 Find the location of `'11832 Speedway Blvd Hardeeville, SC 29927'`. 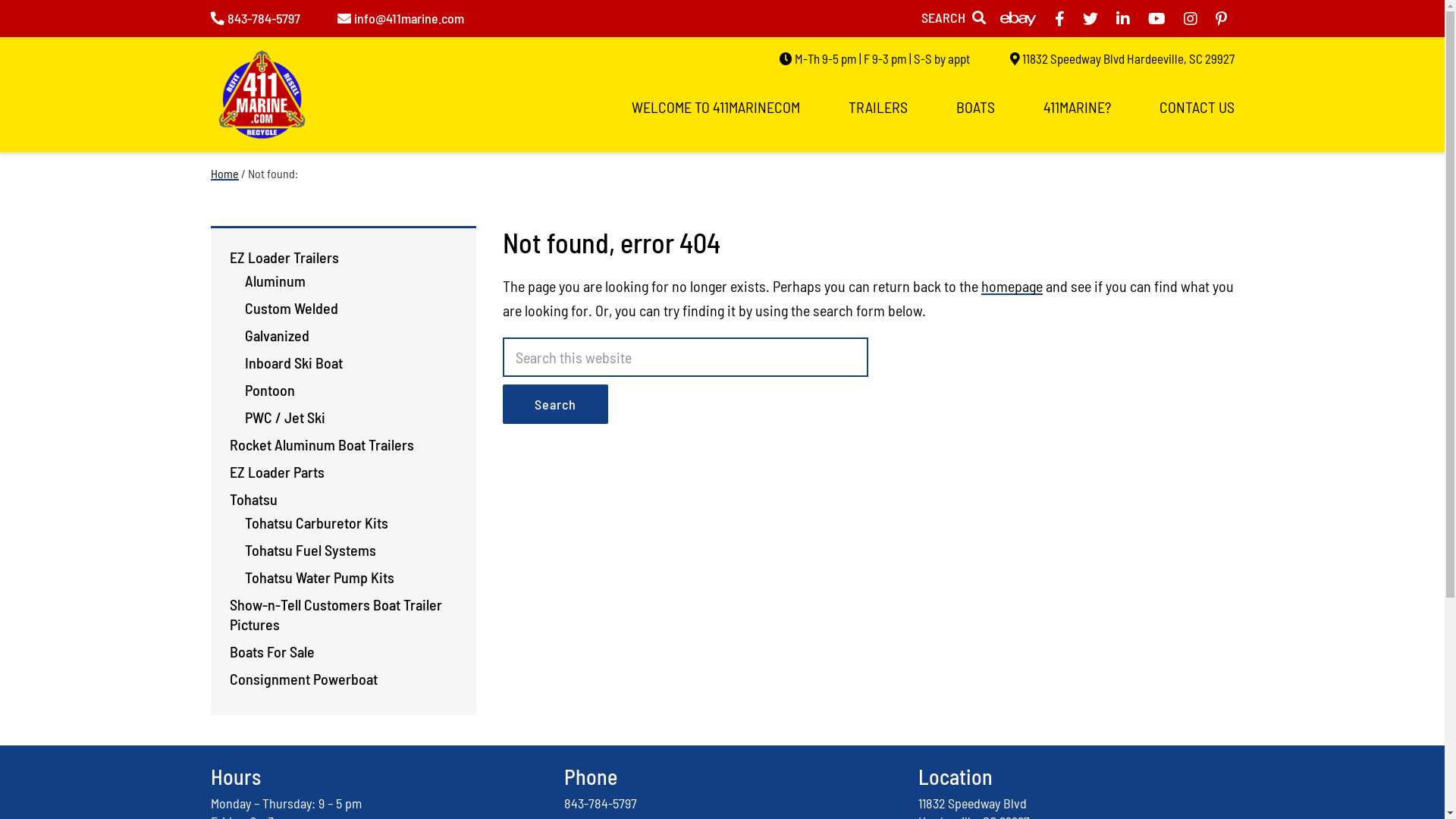

'11832 Speedway Blvd Hardeeville, SC 29927' is located at coordinates (1122, 58).